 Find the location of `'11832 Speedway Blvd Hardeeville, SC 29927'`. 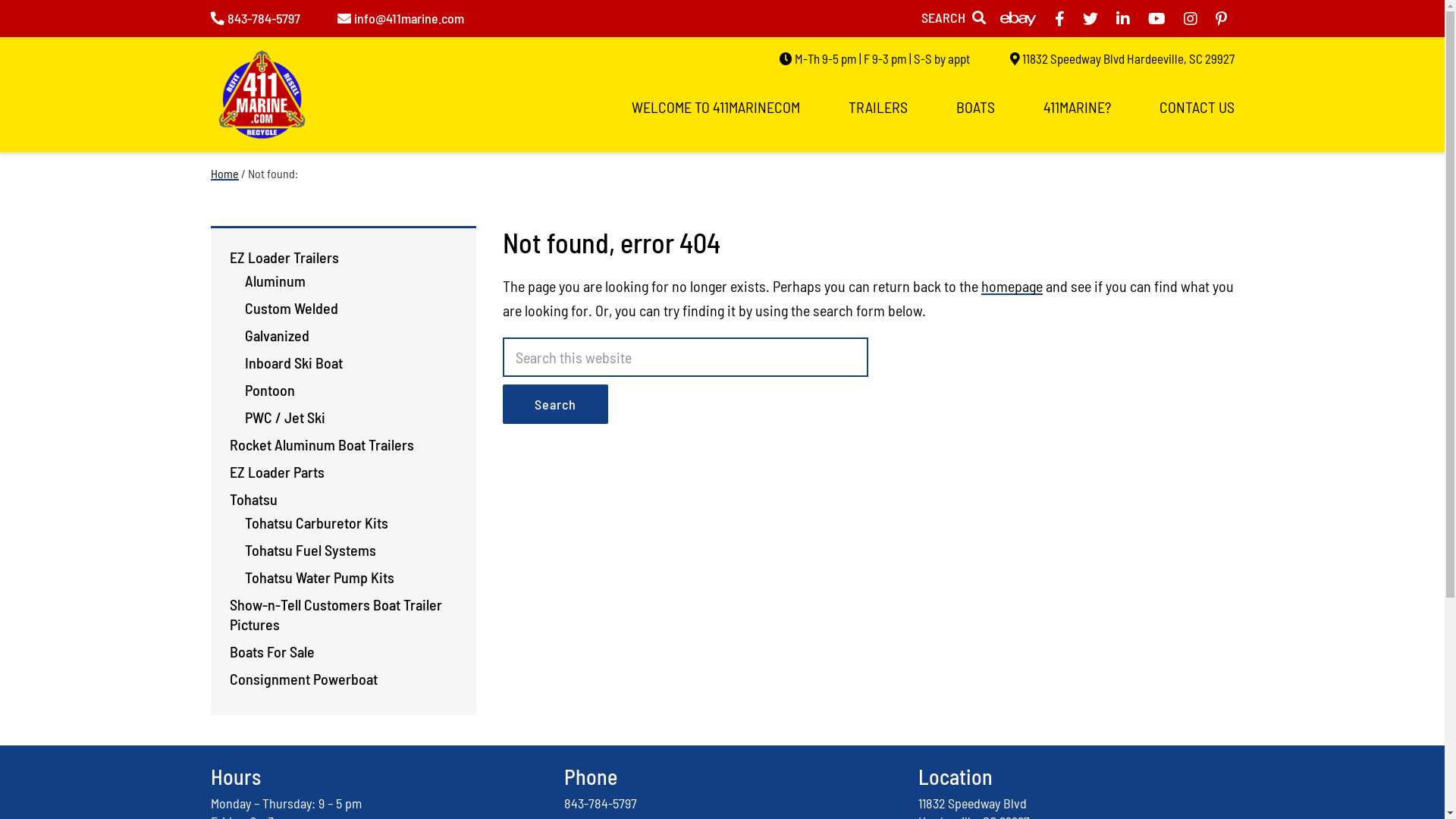

'11832 Speedway Blvd Hardeeville, SC 29927' is located at coordinates (1122, 58).